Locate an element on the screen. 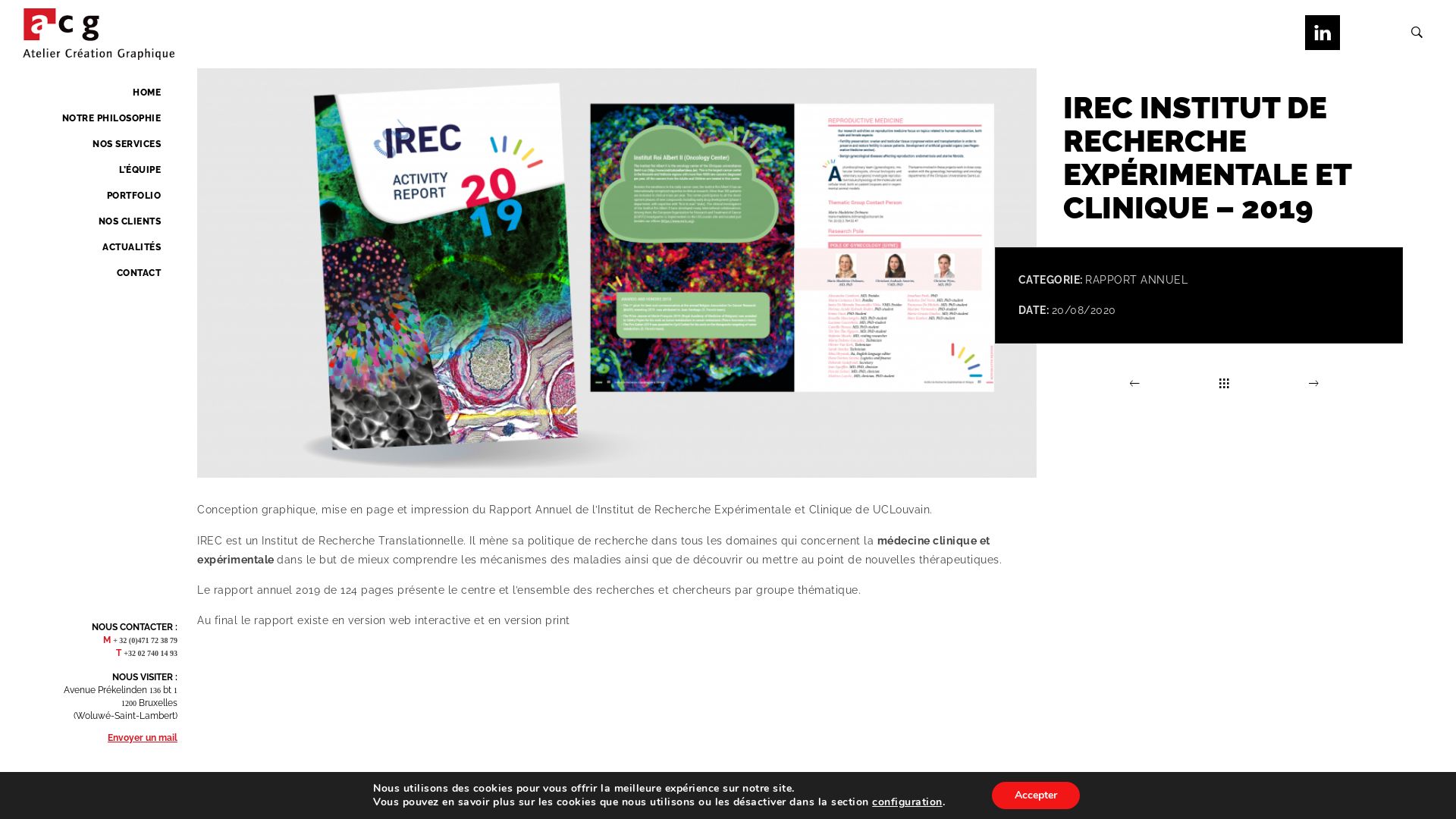 Image resolution: width=1456 pixels, height=819 pixels. 'NOS SERVICES' is located at coordinates (127, 143).